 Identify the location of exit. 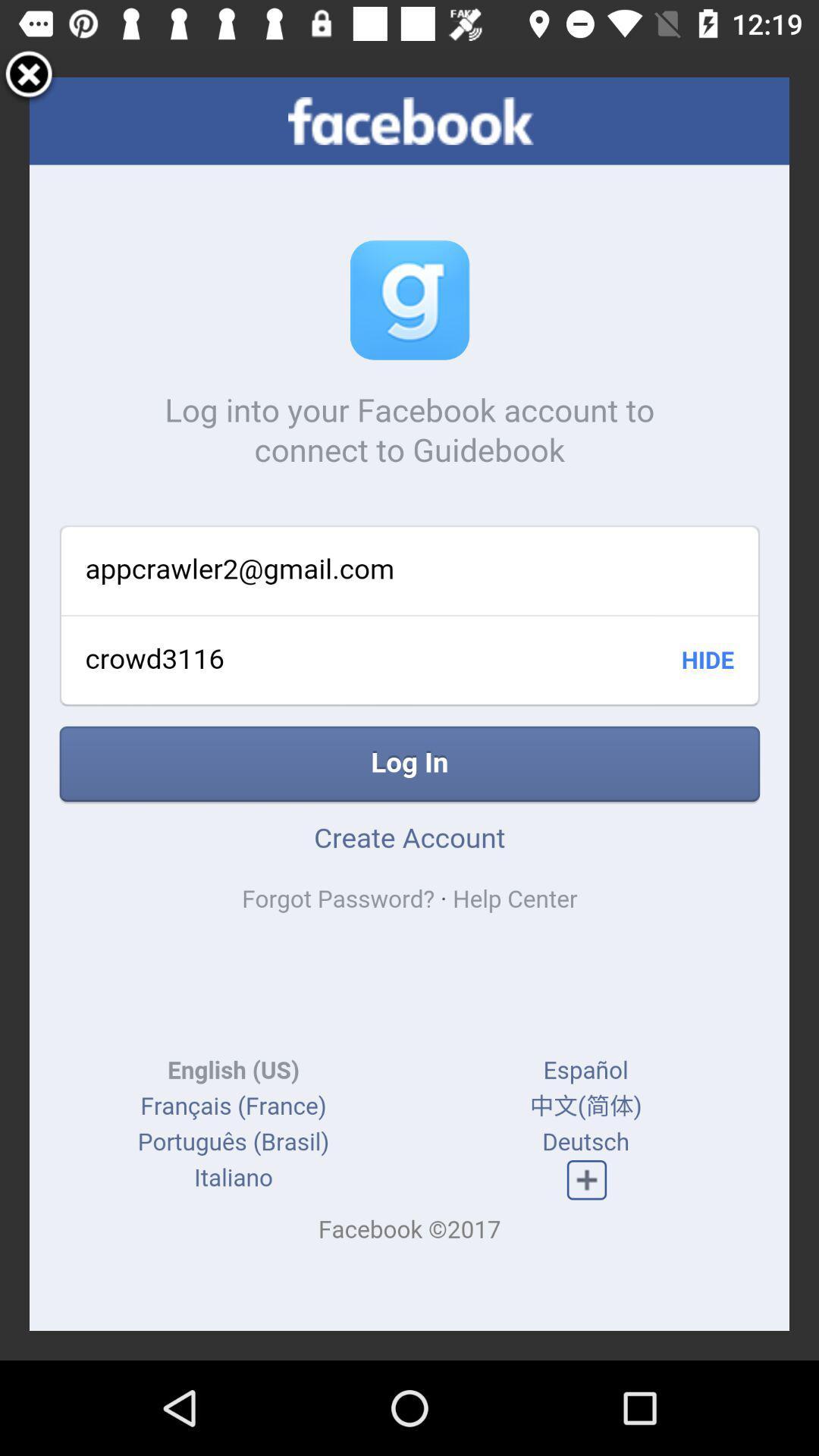
(29, 76).